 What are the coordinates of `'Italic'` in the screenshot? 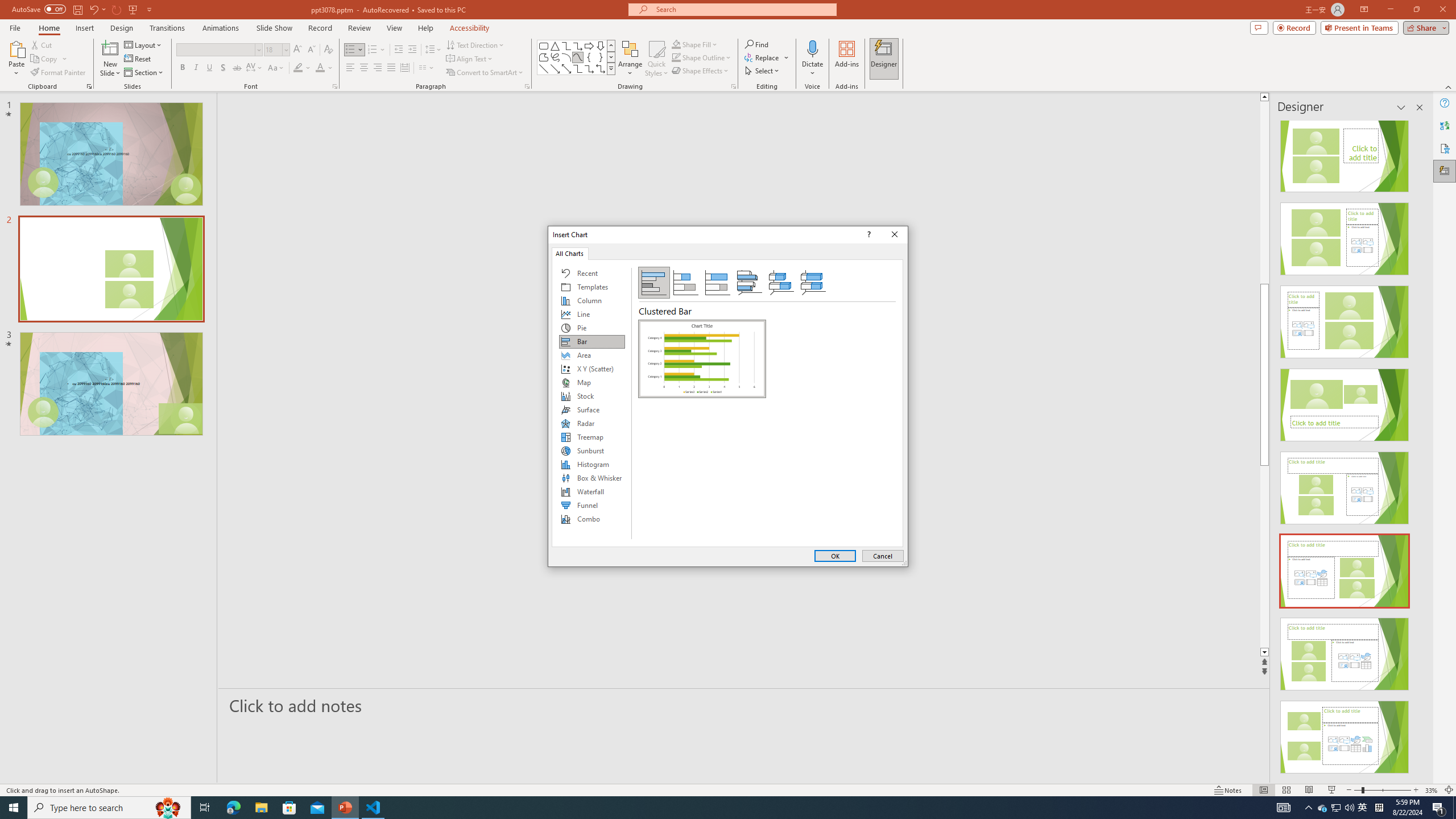 It's located at (195, 67).